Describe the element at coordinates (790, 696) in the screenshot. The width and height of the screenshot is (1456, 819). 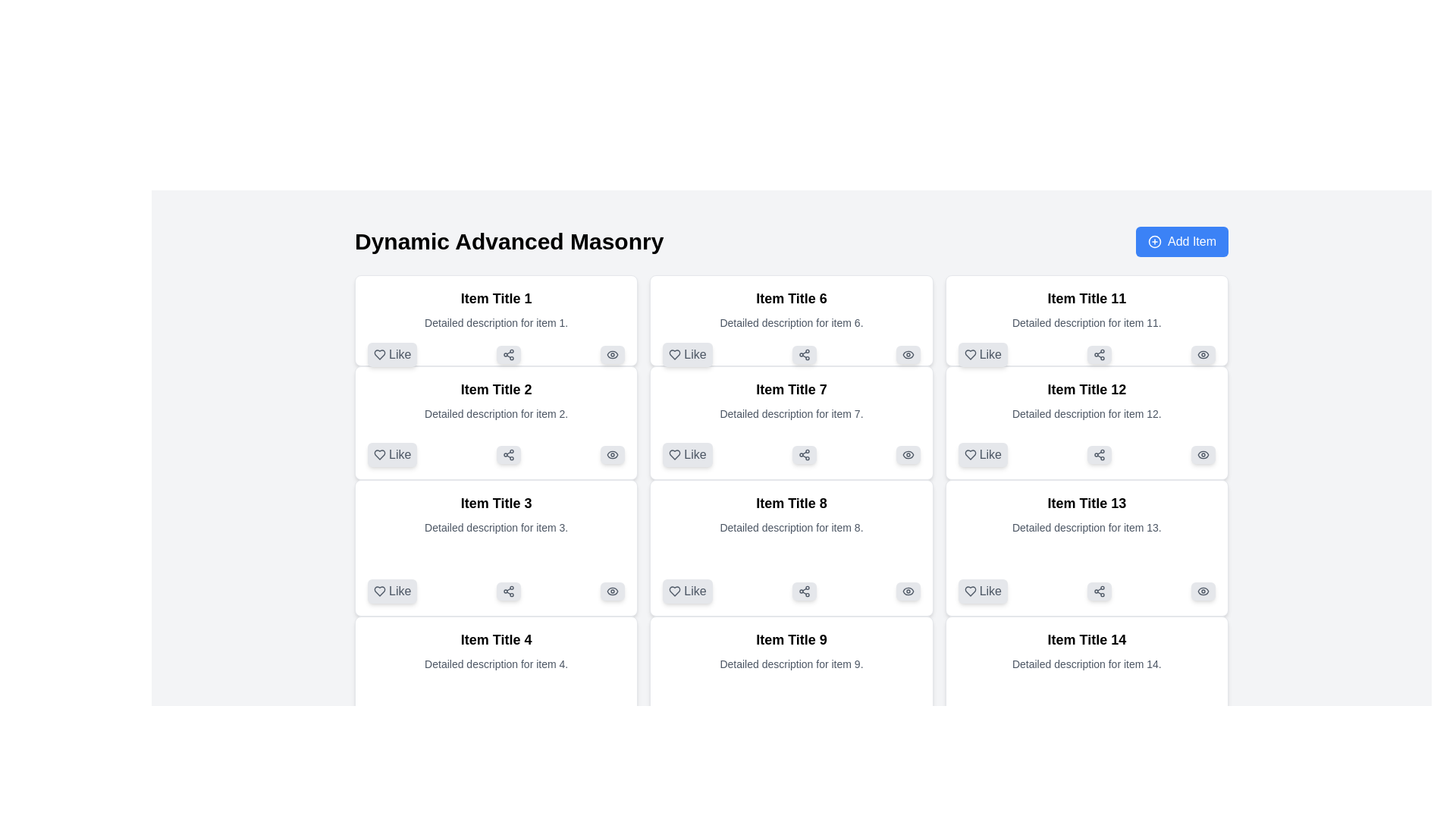
I see `the card component with the title 'Item Title 9'` at that location.